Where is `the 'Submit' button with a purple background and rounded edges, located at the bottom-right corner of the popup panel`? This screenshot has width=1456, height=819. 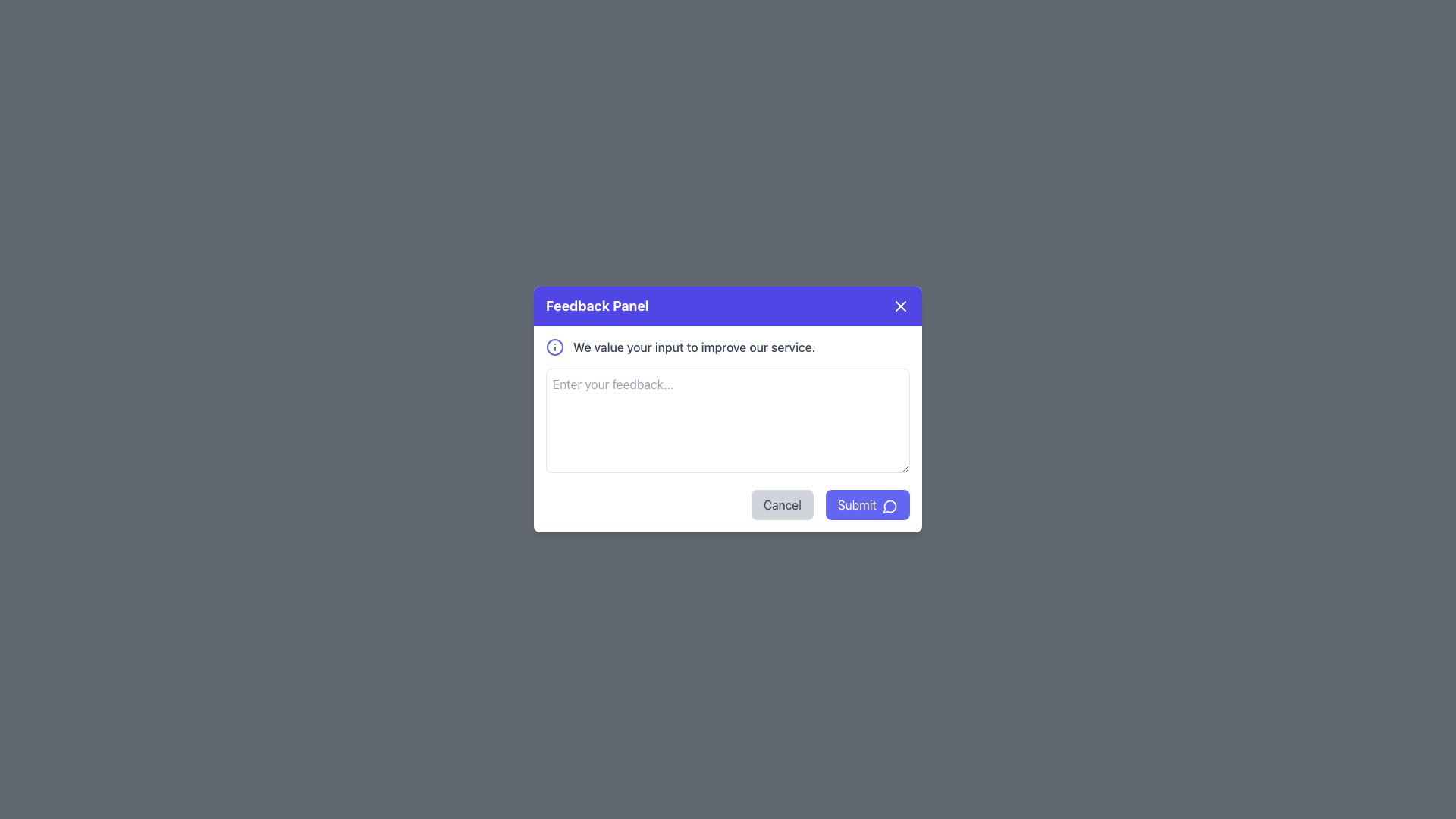 the 'Submit' button with a purple background and rounded edges, located at the bottom-right corner of the popup panel is located at coordinates (868, 505).